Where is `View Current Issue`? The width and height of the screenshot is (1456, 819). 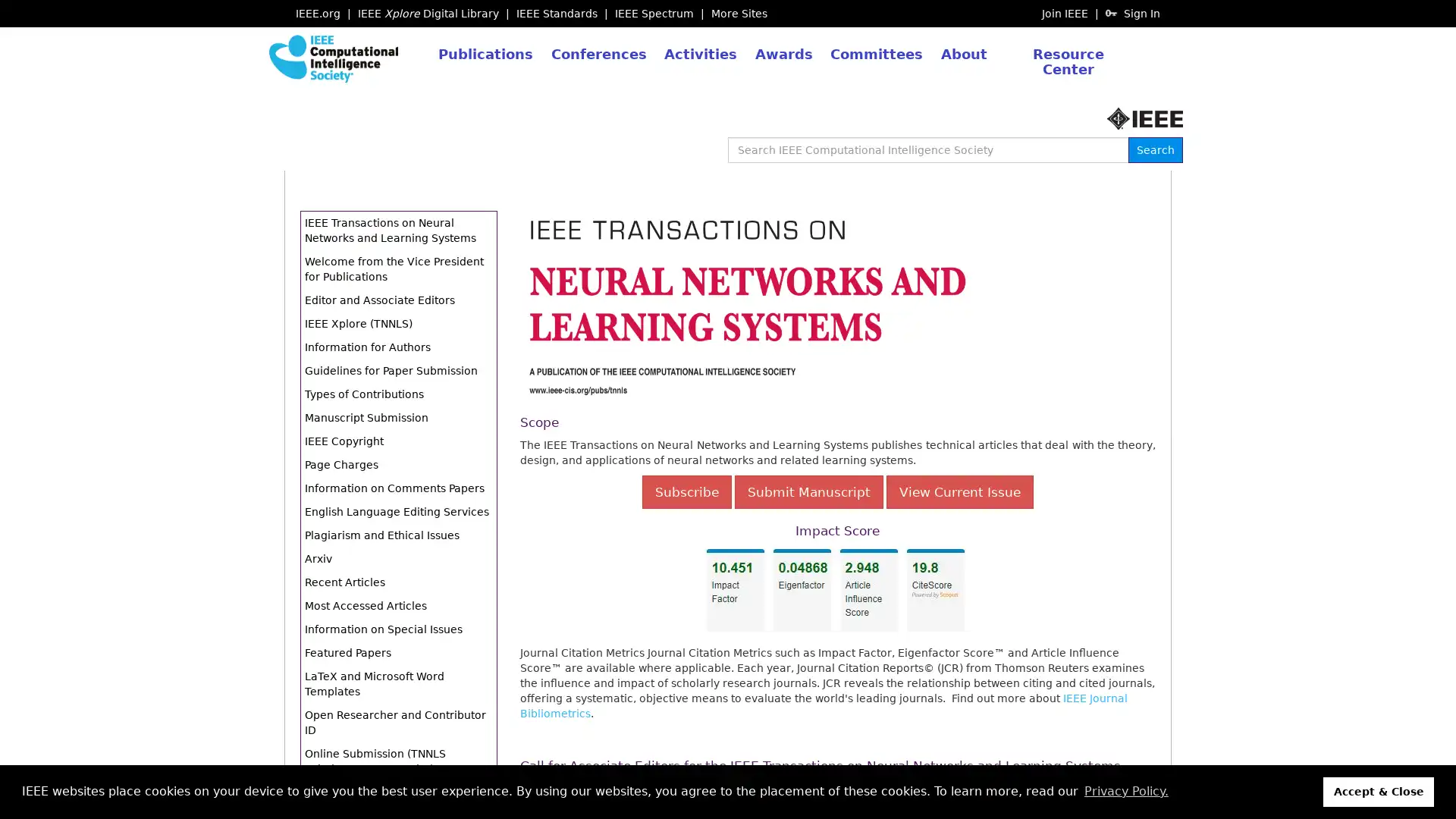
View Current Issue is located at coordinates (959, 491).